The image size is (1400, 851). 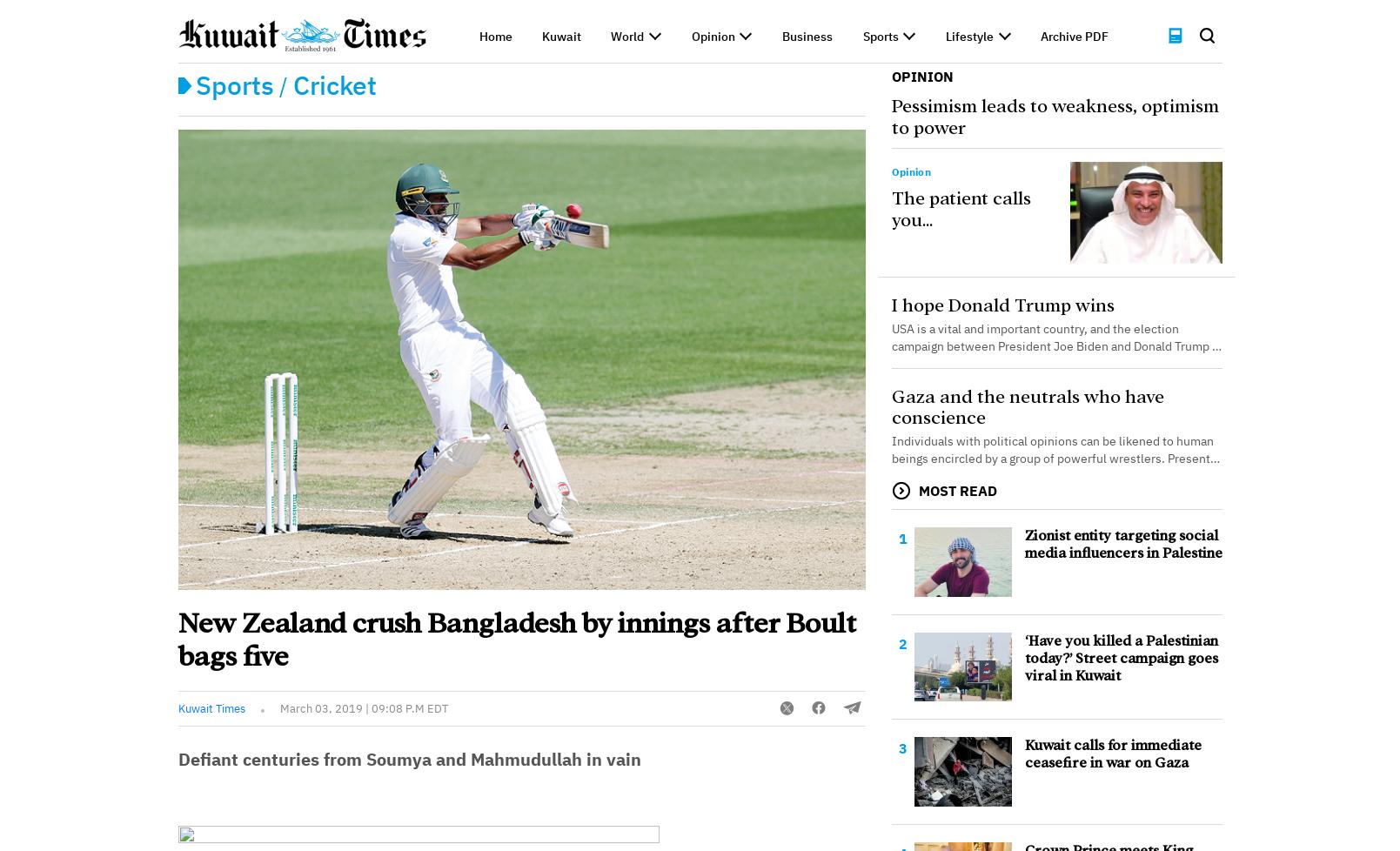 What do you see at coordinates (897, 538) in the screenshot?
I see `'1'` at bounding box center [897, 538].